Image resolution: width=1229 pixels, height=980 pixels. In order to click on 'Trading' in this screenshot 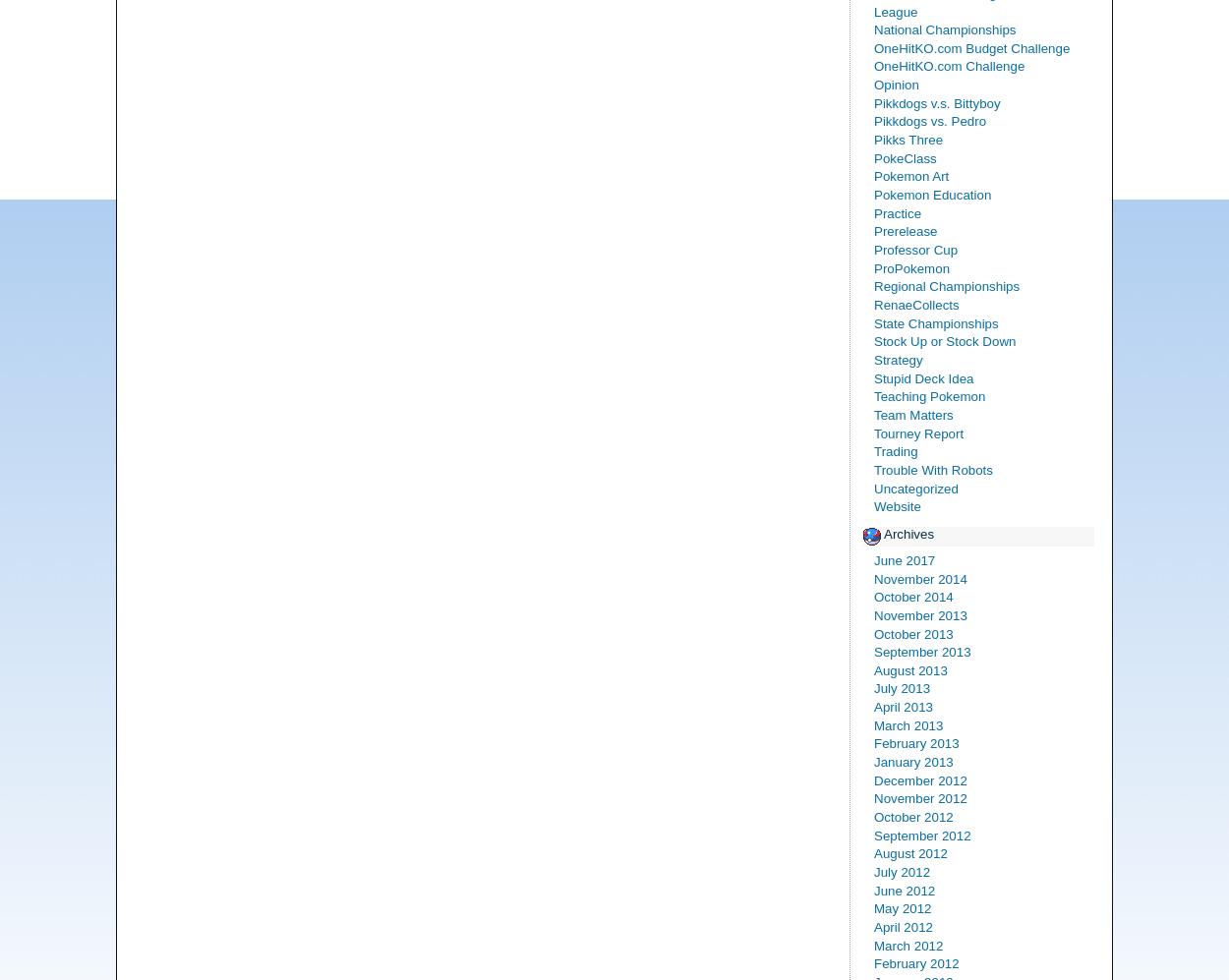, I will do `click(896, 451)`.